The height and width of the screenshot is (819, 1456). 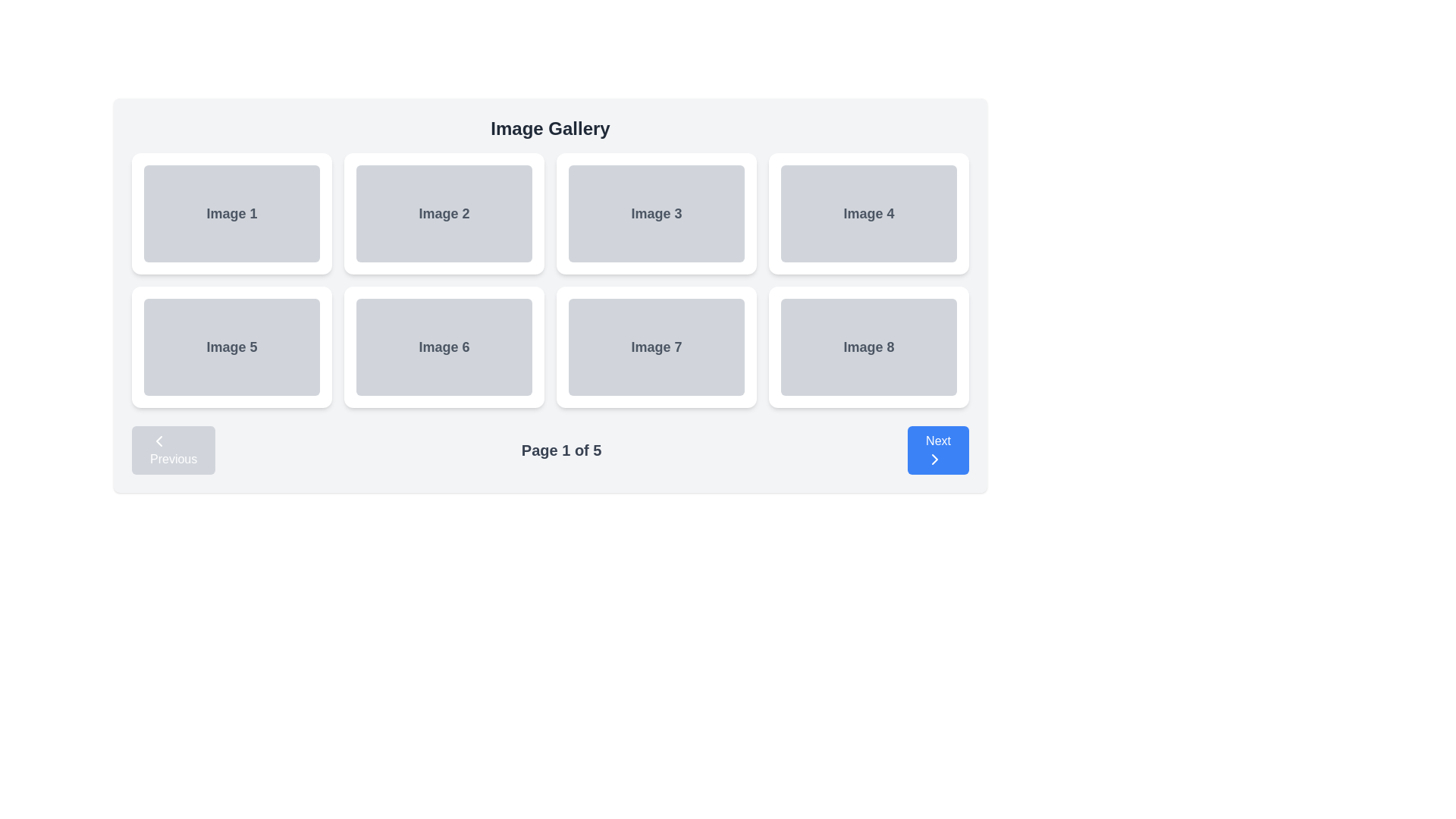 I want to click on the Text label displaying 'Image 2' which is styled in gray color and bold font, located in the second rectangular block of the grid-like image gallery layout, so click(x=443, y=213).